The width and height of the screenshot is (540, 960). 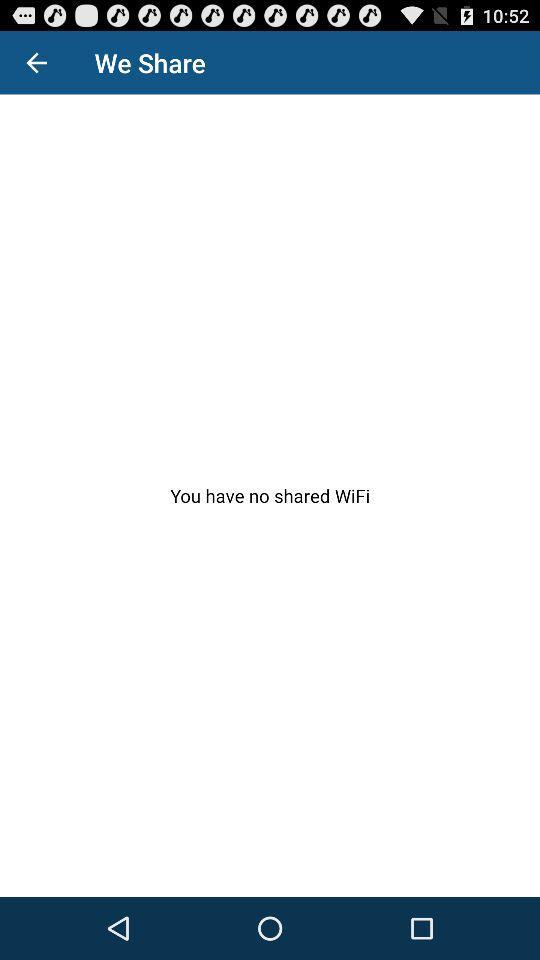 What do you see at coordinates (36, 62) in the screenshot?
I see `the item above you have no` at bounding box center [36, 62].